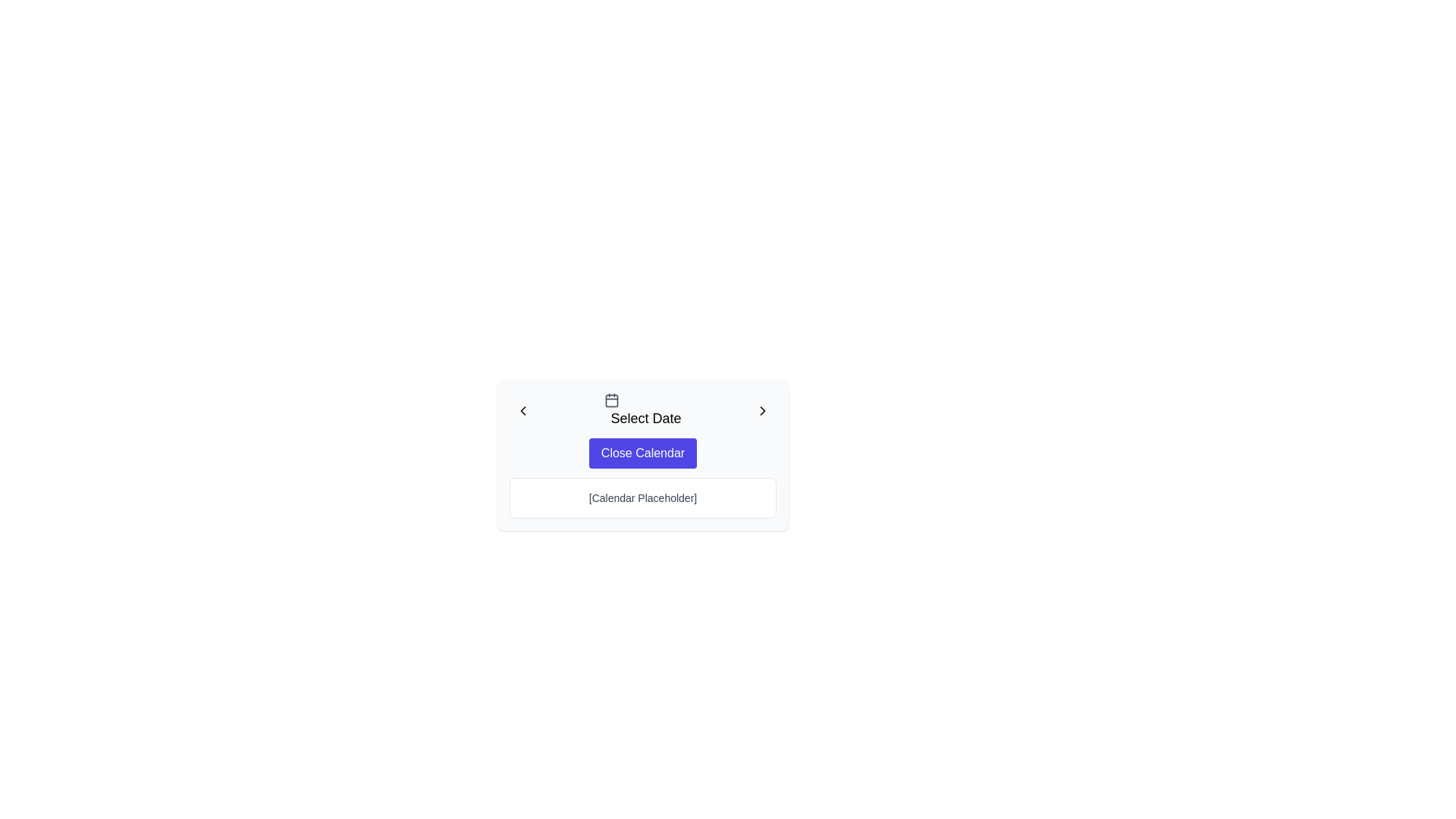 This screenshot has width=1456, height=819. Describe the element at coordinates (763, 411) in the screenshot. I see `the right arrow icon button` at that location.